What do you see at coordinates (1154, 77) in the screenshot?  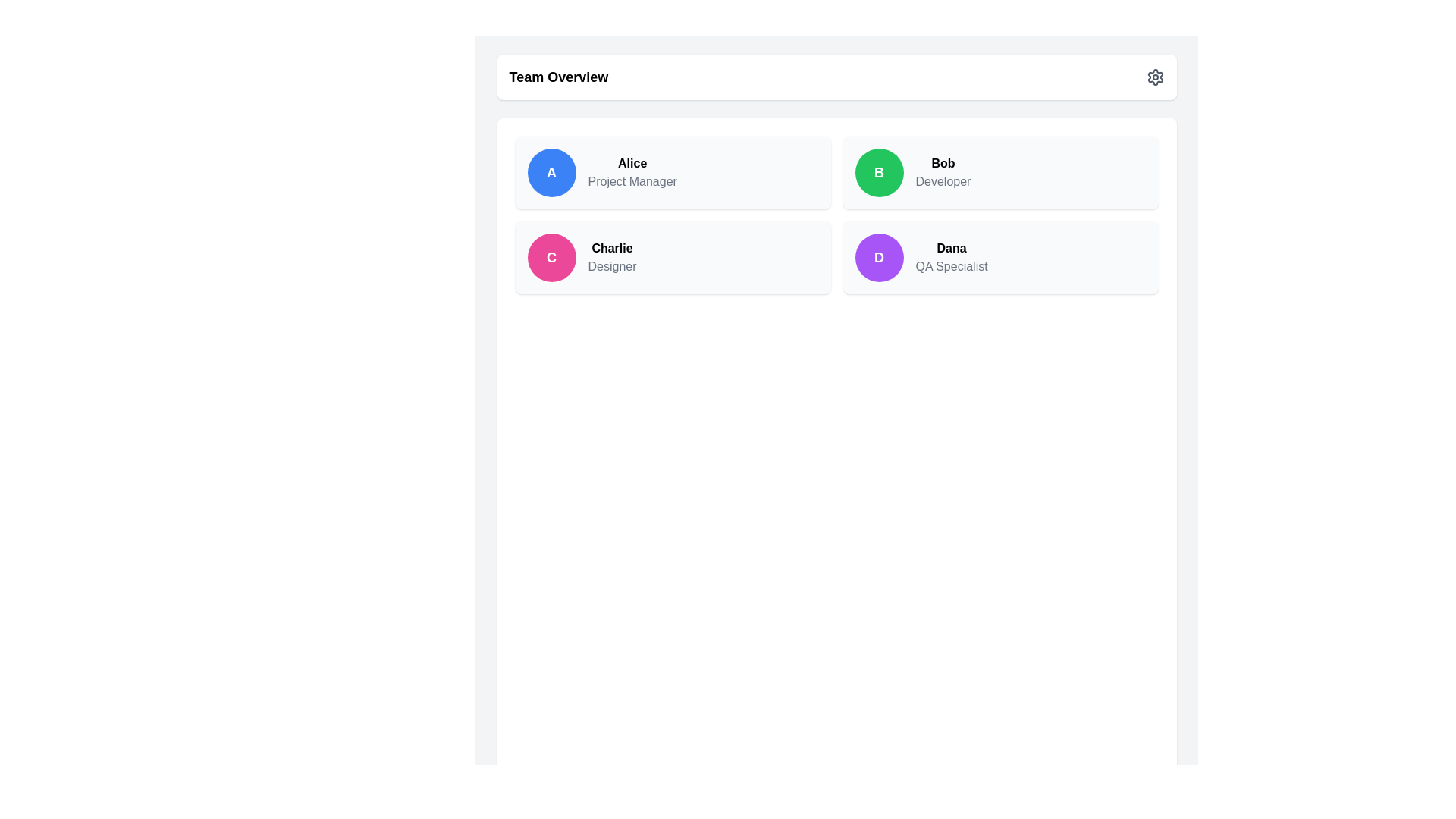 I see `the gear-shaped icon in the top-right corner of the main interface` at bounding box center [1154, 77].